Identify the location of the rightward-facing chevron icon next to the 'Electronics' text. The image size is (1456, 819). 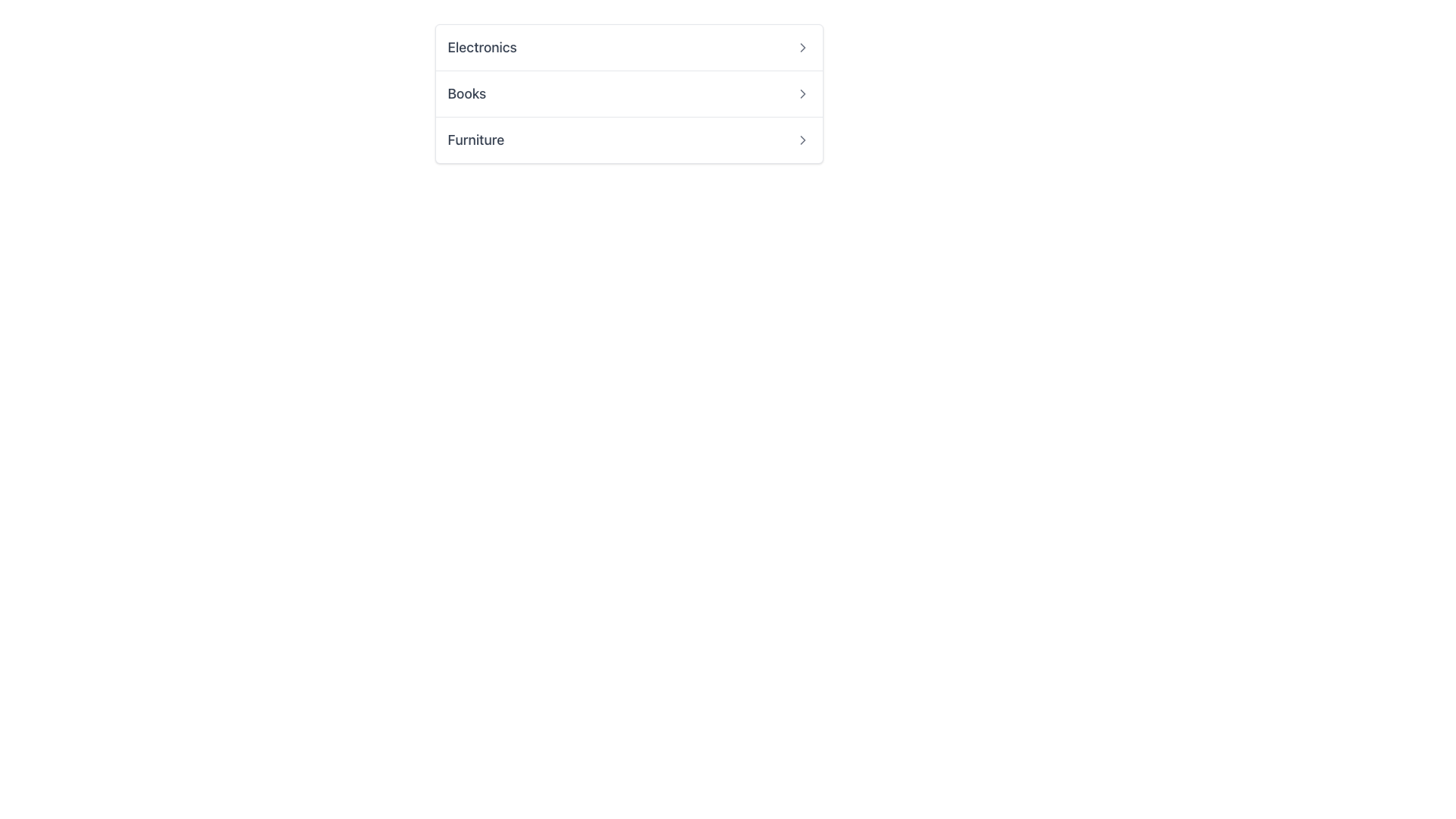
(802, 46).